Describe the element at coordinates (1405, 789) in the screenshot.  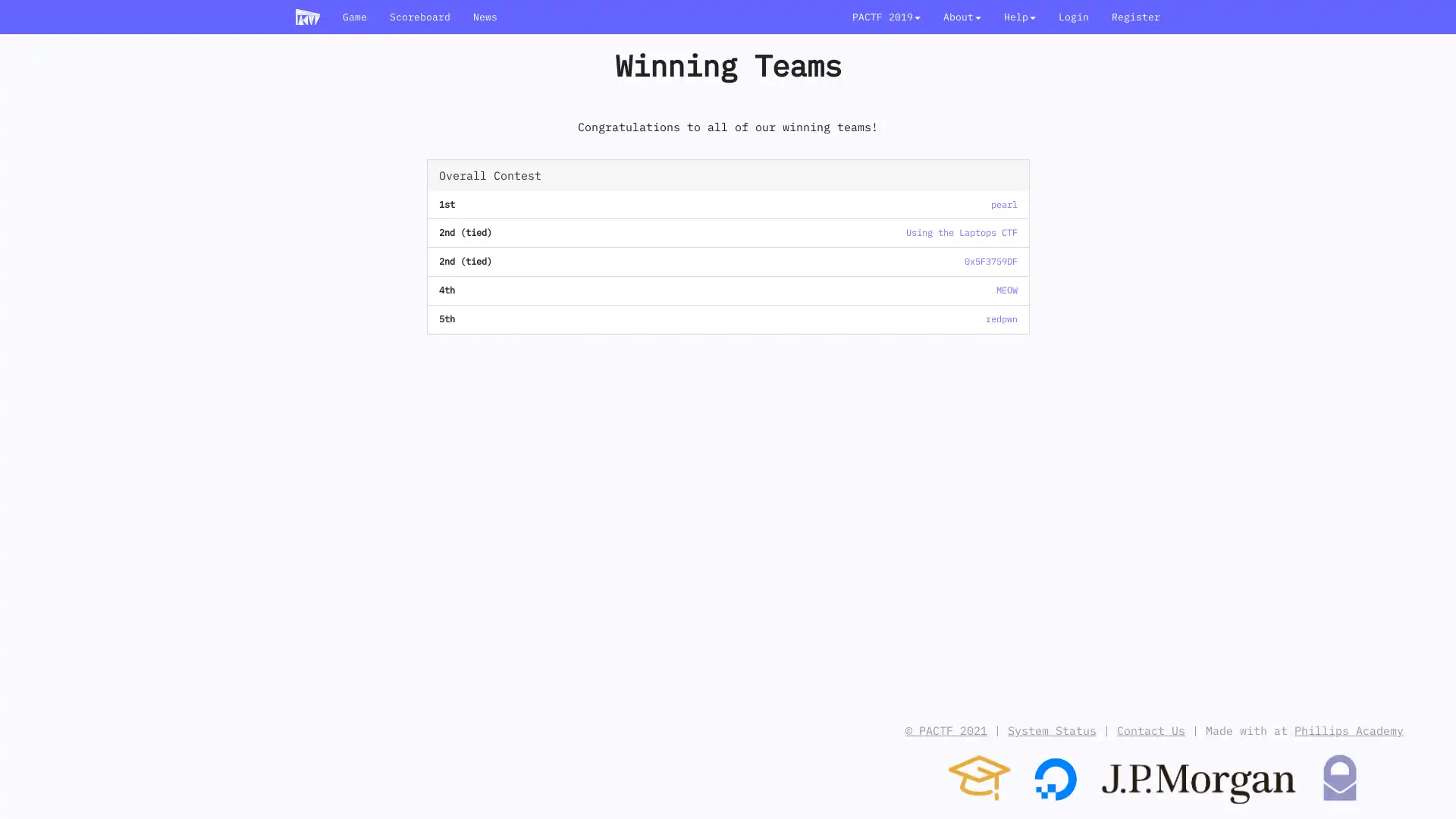
I see `Got It` at that location.